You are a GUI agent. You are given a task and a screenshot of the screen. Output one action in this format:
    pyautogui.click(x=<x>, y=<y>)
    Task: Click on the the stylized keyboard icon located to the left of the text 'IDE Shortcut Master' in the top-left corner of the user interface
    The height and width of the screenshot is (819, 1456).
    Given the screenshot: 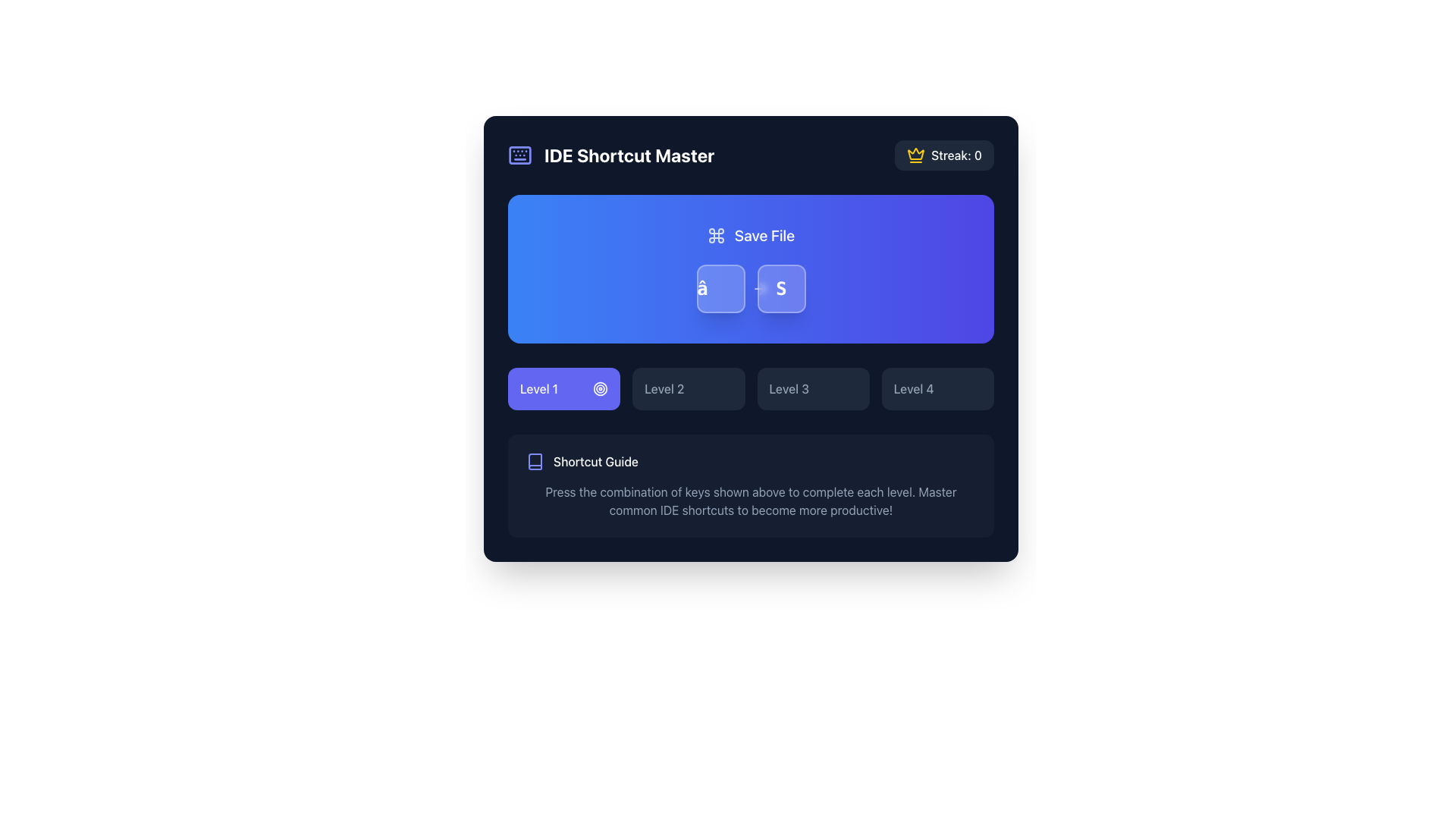 What is the action you would take?
    pyautogui.click(x=520, y=155)
    